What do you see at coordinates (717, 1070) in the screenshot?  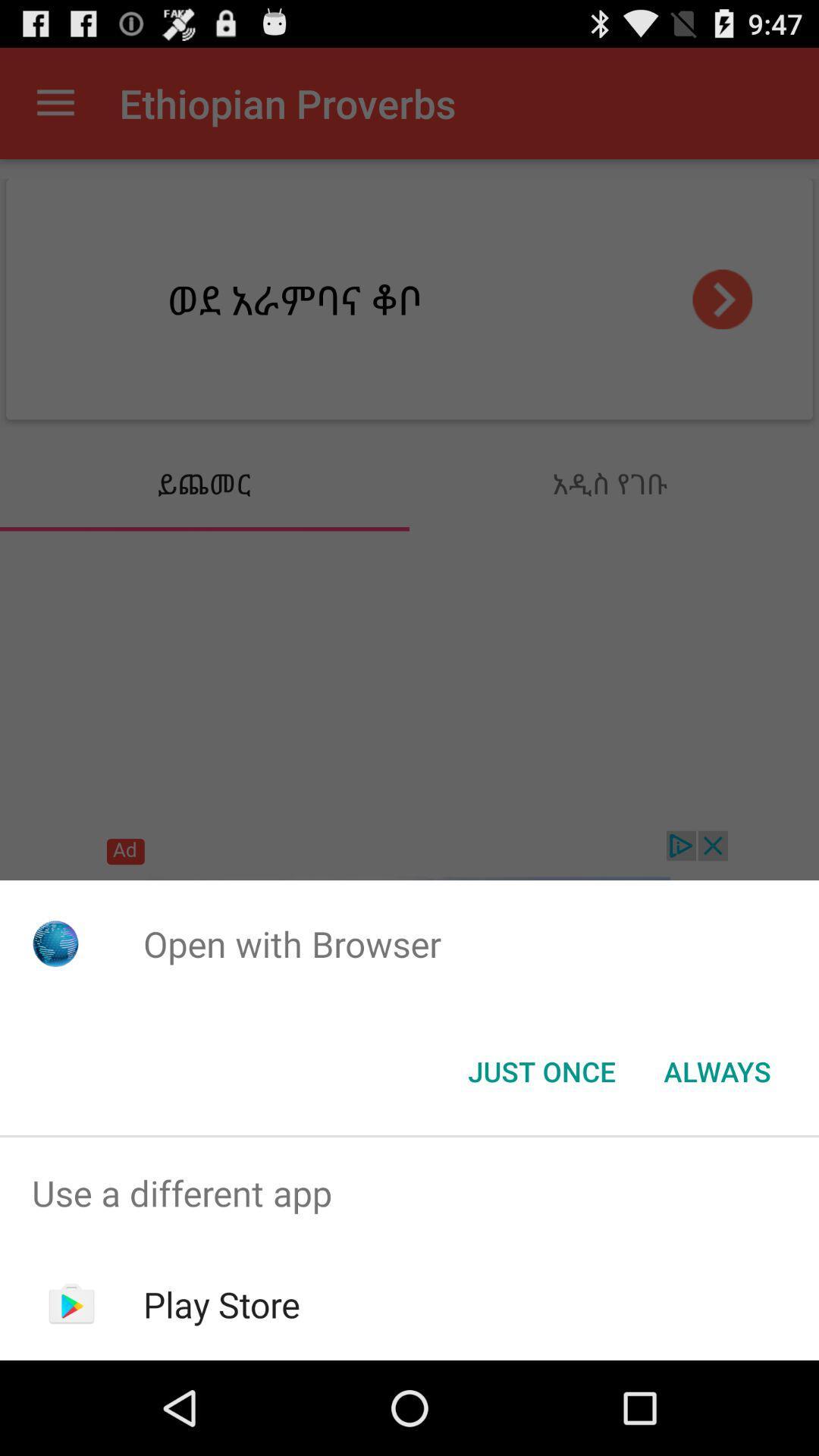 I see `the button to the right of the just once icon` at bounding box center [717, 1070].